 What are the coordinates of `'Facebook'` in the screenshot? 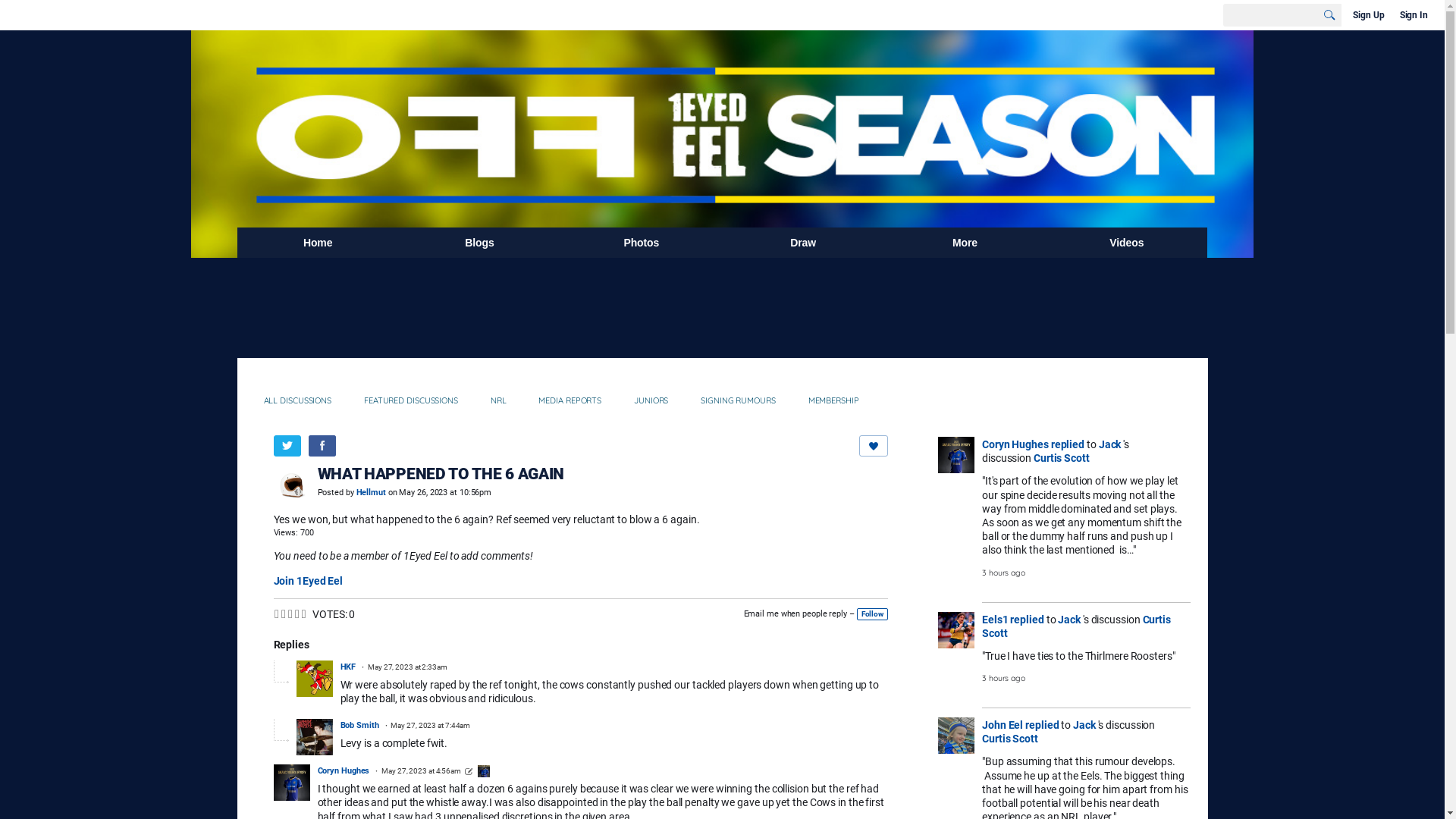 It's located at (320, 444).